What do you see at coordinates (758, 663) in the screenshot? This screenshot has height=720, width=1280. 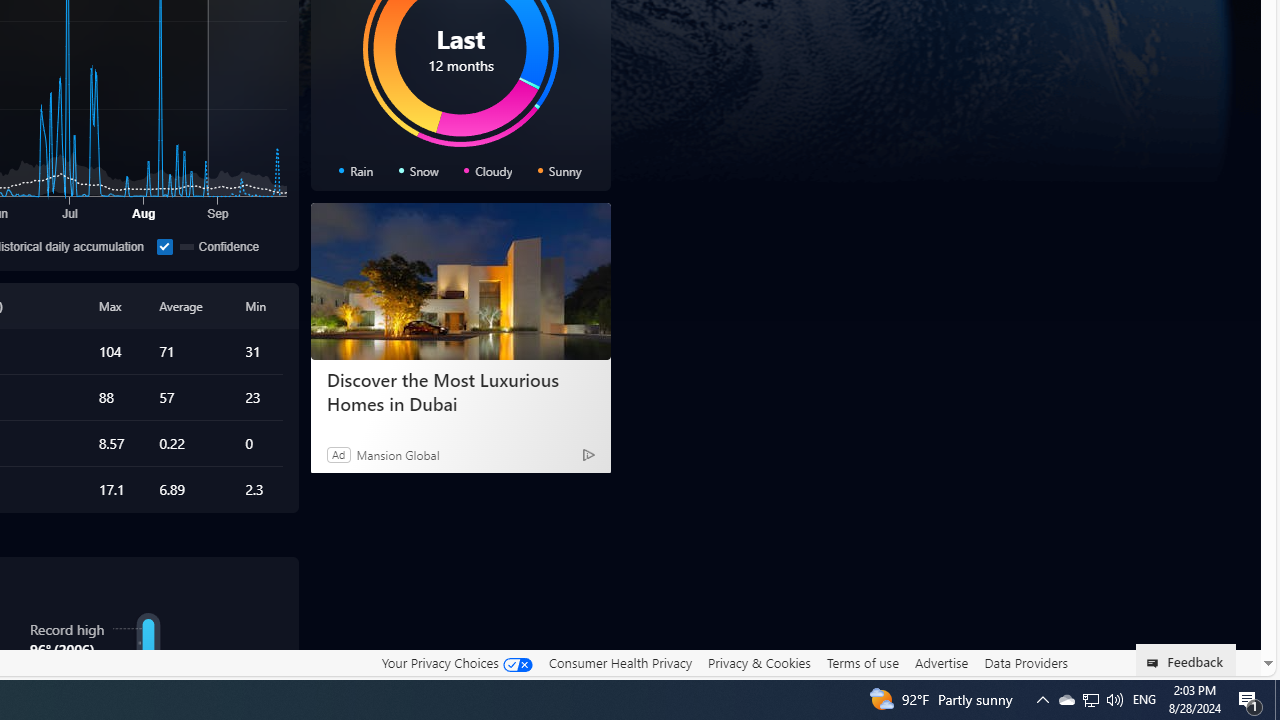 I see `'Privacy & Cookies'` at bounding box center [758, 663].